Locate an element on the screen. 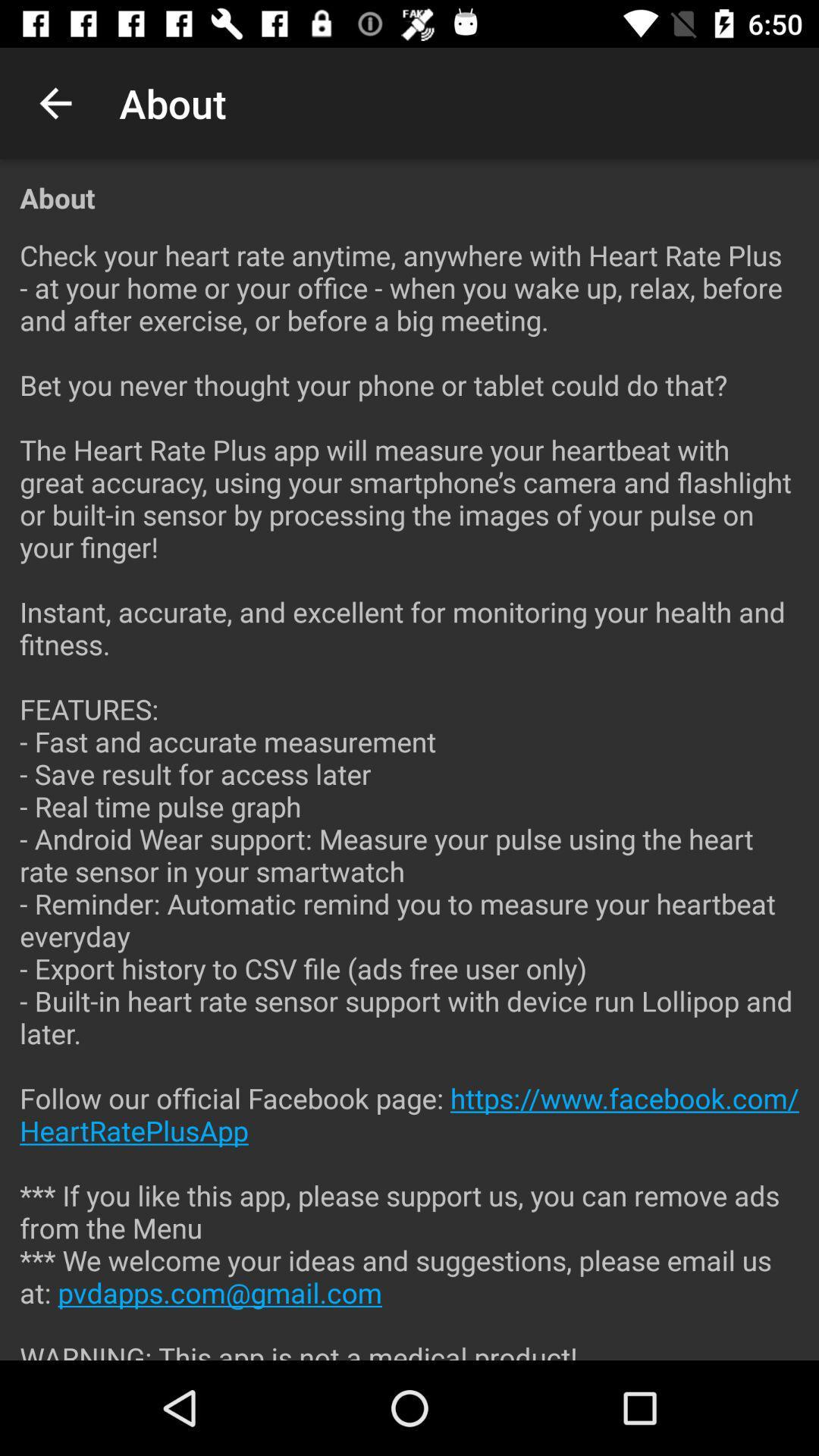  icon at the center is located at coordinates (409, 788).